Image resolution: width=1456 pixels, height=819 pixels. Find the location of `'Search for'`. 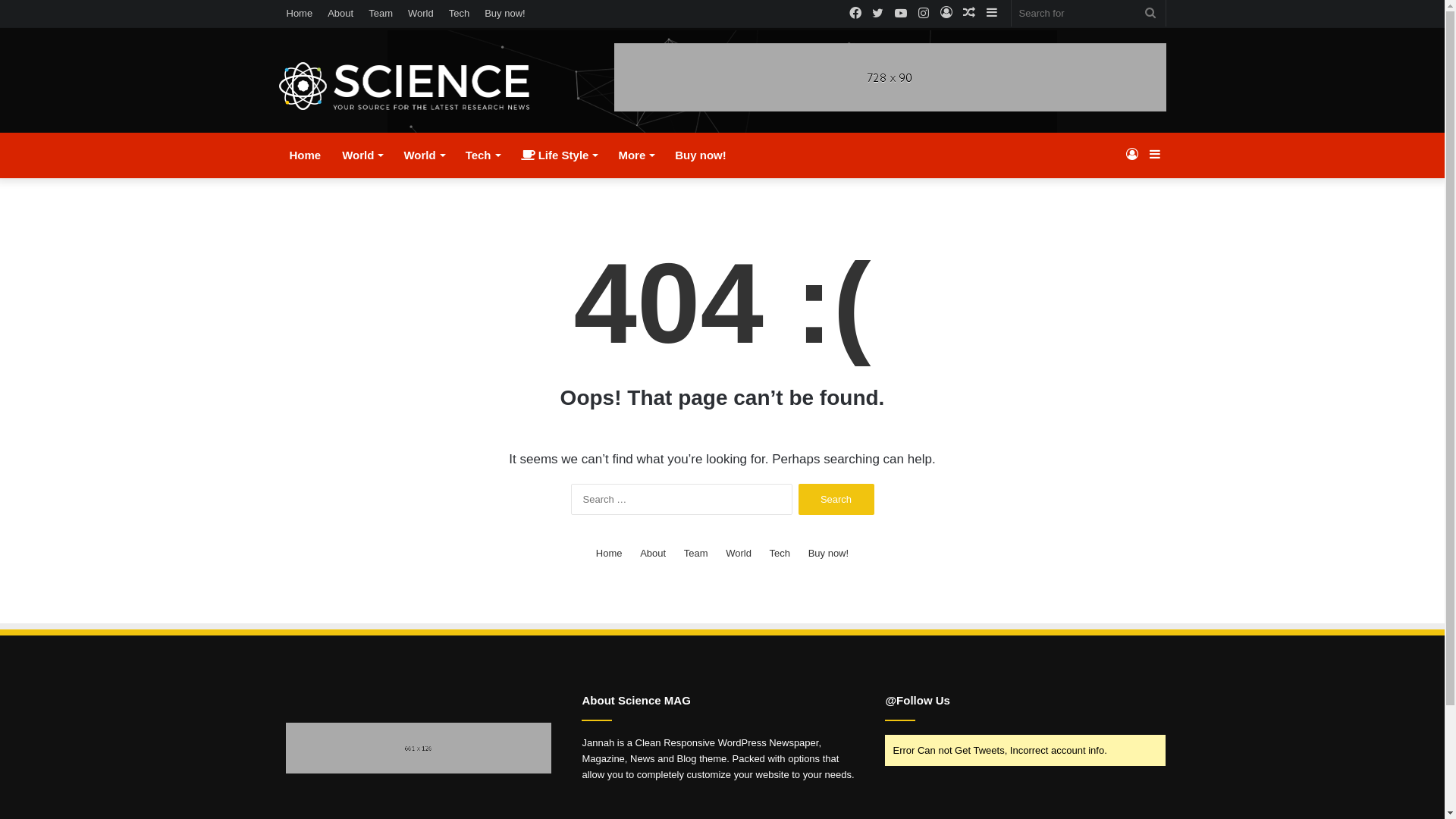

'Search for' is located at coordinates (1087, 13).